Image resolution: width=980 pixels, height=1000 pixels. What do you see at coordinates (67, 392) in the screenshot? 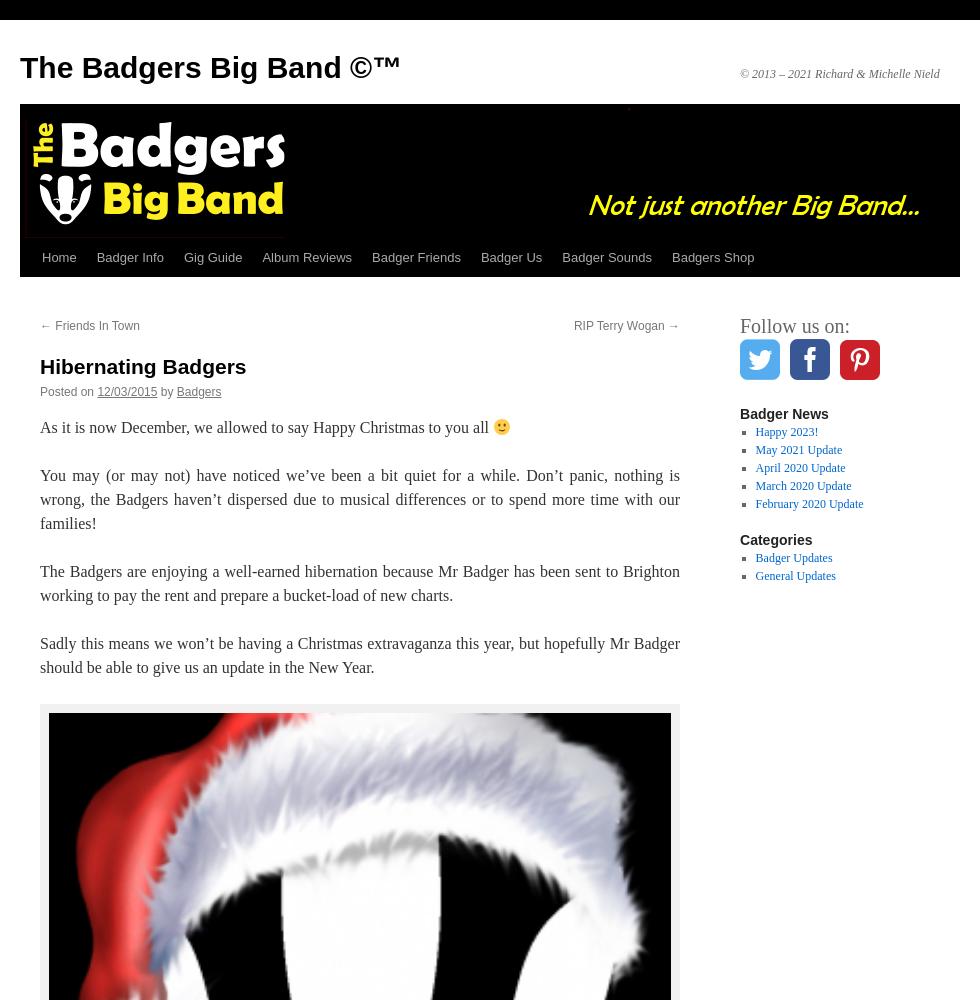
I see `'Posted on'` at bounding box center [67, 392].